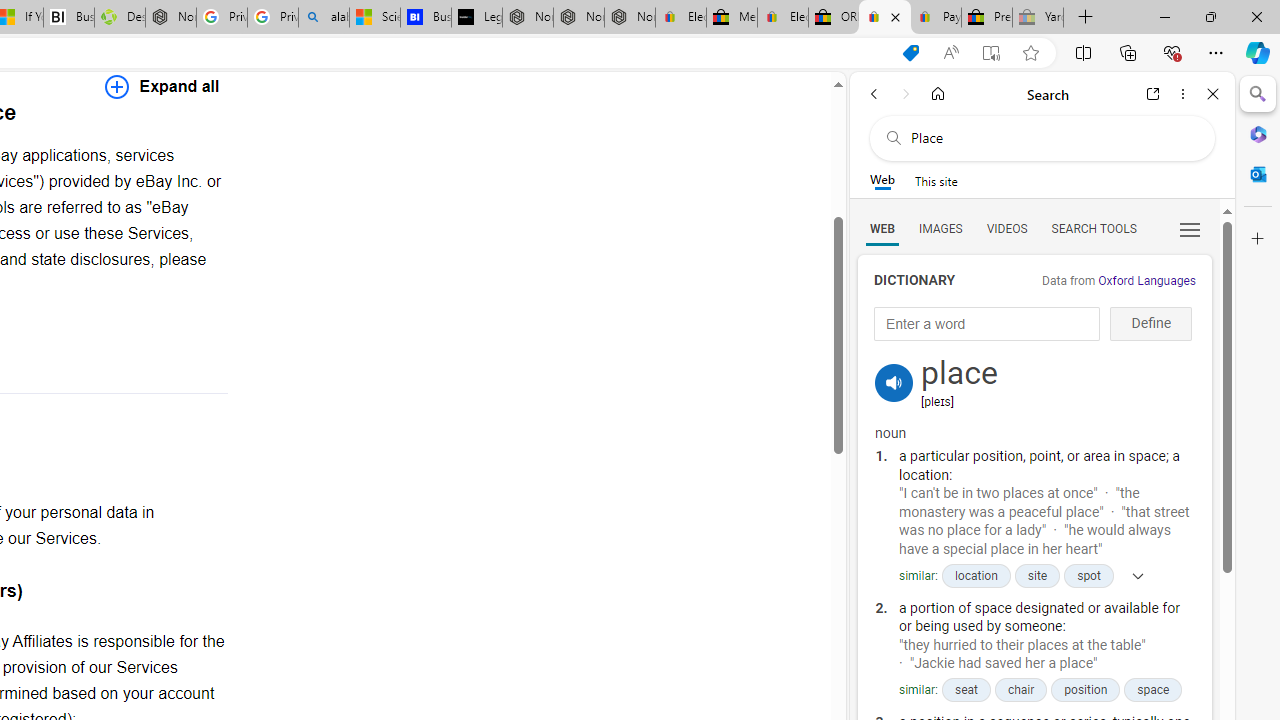 This screenshot has height=720, width=1280. What do you see at coordinates (909, 52) in the screenshot?
I see `'This site has coupons! Shopping in Microsoft Edge'` at bounding box center [909, 52].